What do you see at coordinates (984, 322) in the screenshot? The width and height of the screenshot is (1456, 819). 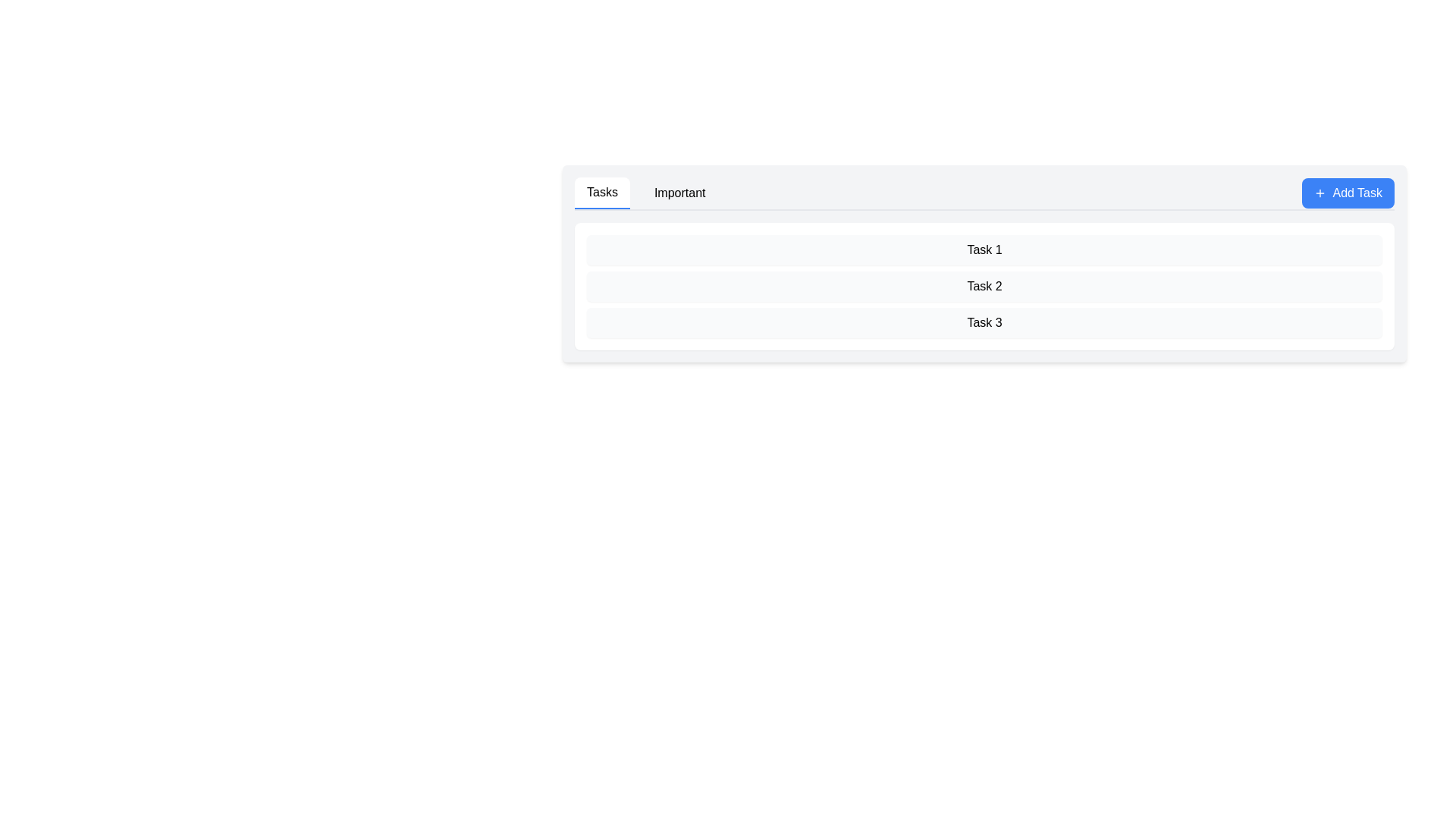 I see `the 'Task 3' list item, which is the last item in a vertical list of tasks located beneath 'Task 2'` at bounding box center [984, 322].